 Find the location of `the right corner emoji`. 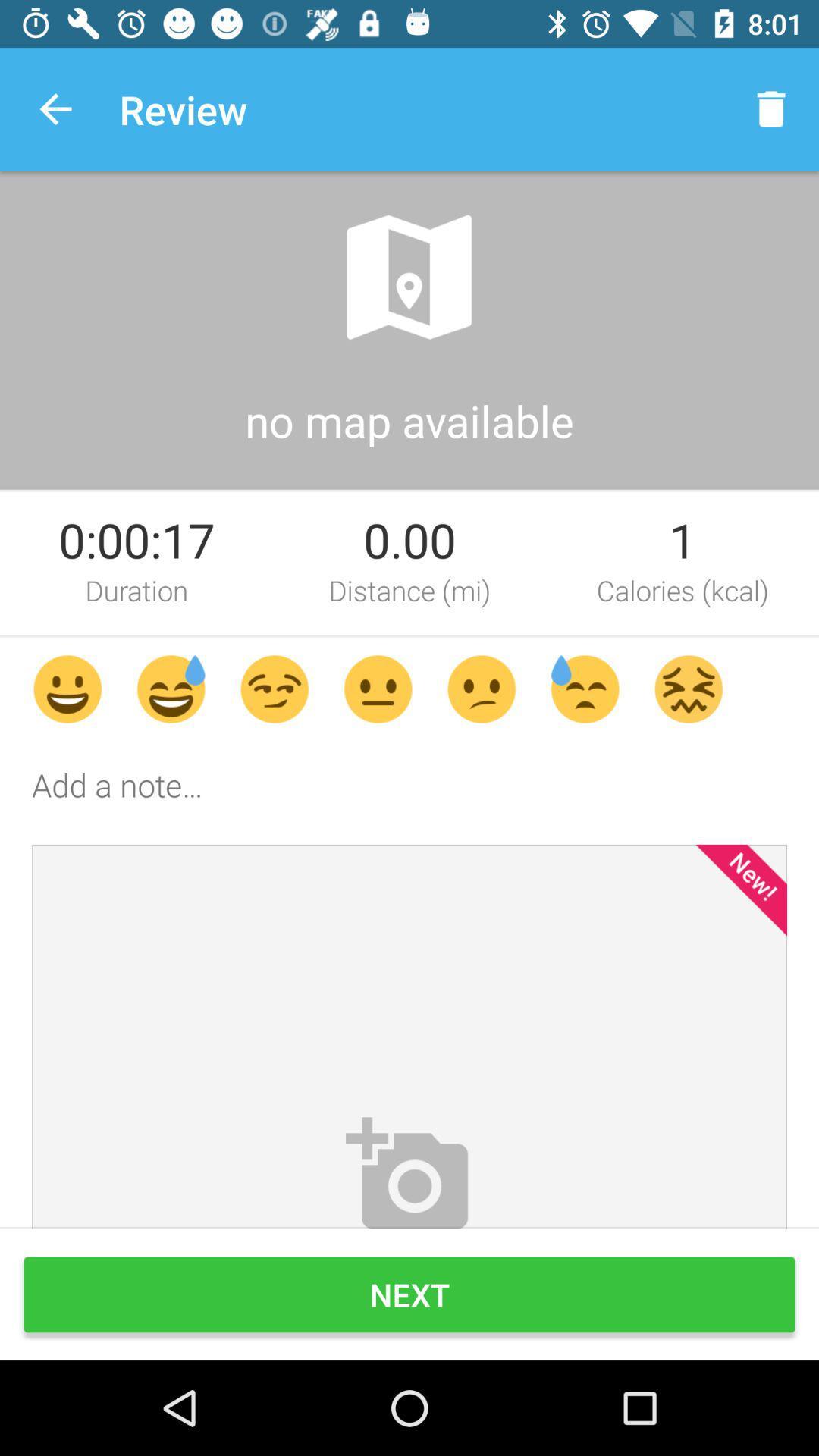

the right corner emoji is located at coordinates (689, 688).